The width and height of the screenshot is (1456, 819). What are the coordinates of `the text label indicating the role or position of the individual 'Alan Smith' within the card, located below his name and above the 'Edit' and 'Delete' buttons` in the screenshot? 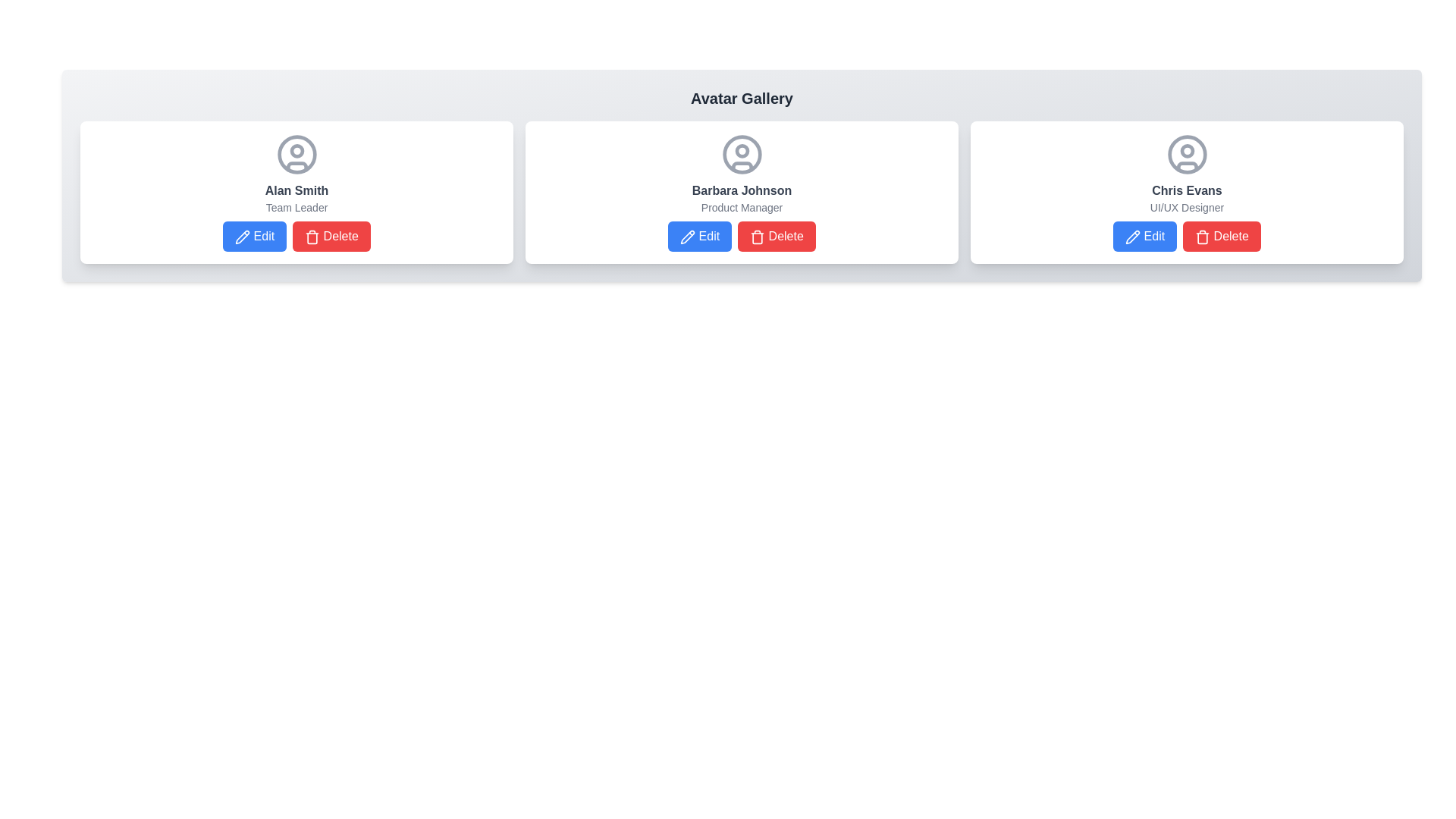 It's located at (297, 207).